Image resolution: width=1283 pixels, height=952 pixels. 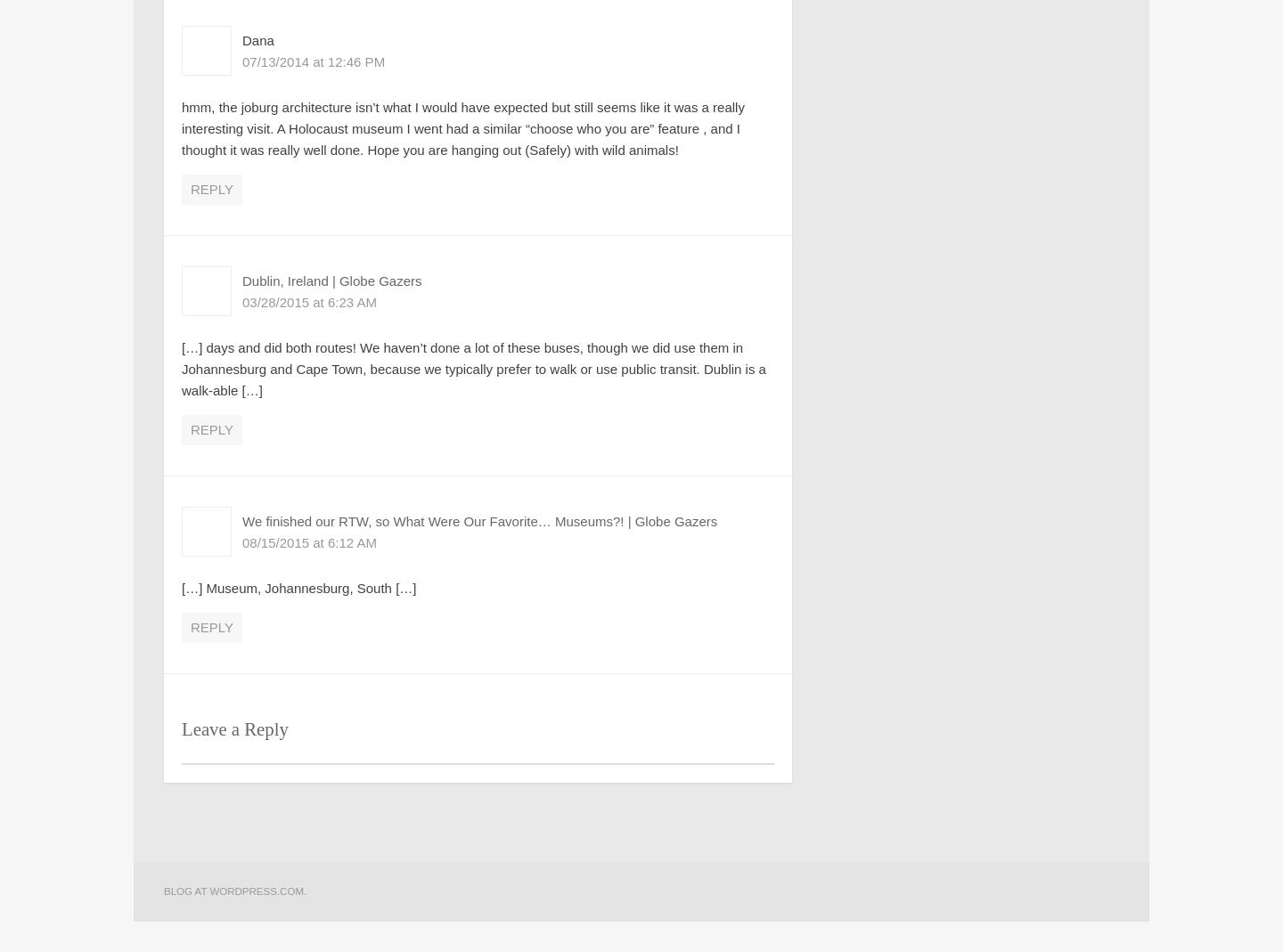 I want to click on 'Leave a Reply', so click(x=233, y=728).